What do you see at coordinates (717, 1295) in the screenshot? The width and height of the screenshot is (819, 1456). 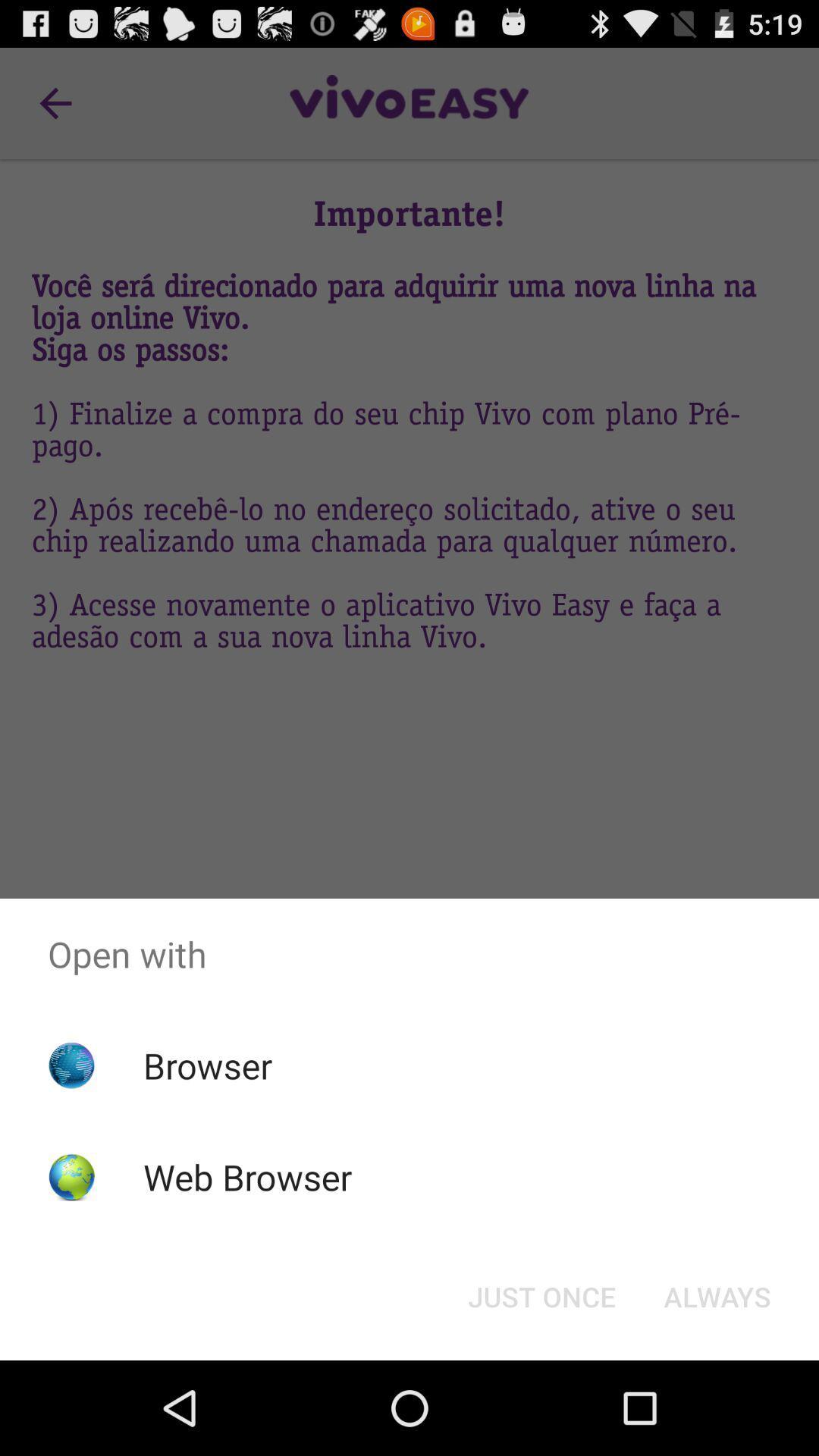 I see `item to the right of just once button` at bounding box center [717, 1295].